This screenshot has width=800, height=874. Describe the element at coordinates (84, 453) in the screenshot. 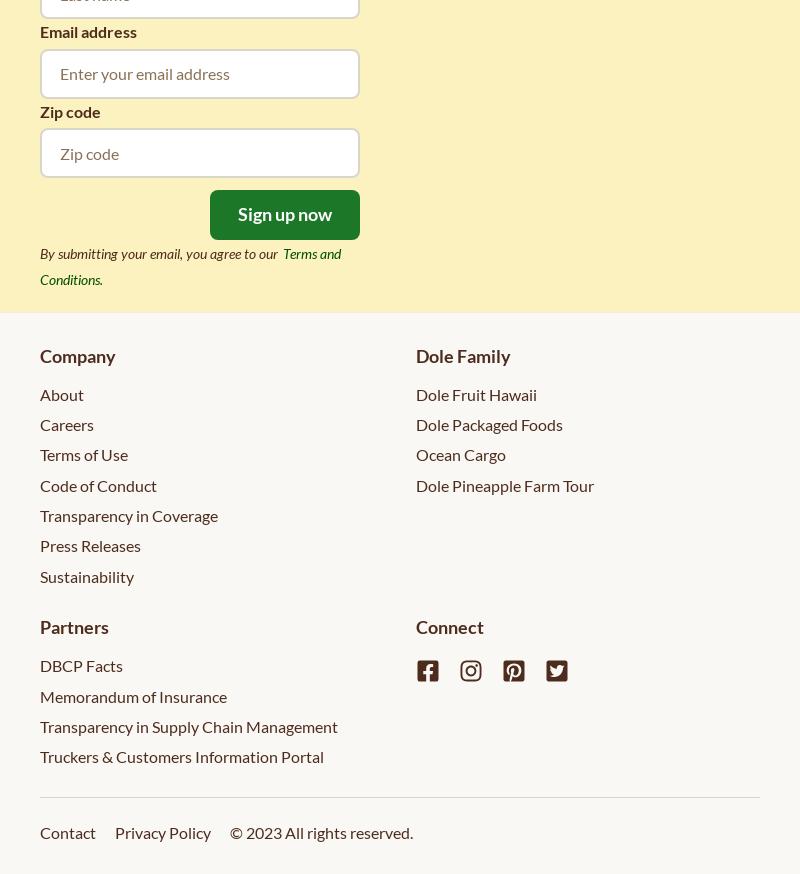

I see `'Terms of Use'` at that location.